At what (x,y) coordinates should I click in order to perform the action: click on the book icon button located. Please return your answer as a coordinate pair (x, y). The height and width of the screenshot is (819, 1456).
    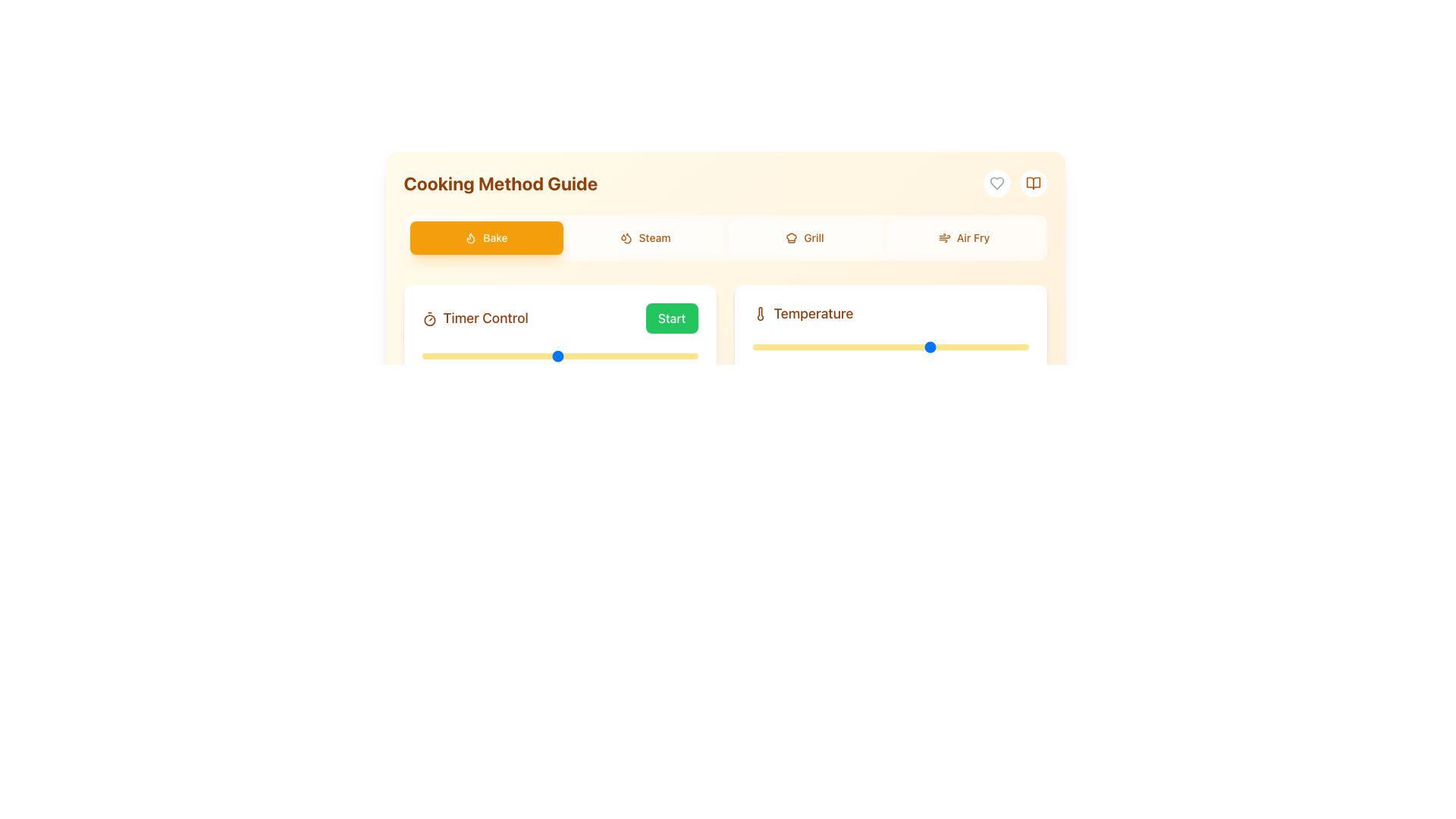
    Looking at the image, I should click on (1032, 183).